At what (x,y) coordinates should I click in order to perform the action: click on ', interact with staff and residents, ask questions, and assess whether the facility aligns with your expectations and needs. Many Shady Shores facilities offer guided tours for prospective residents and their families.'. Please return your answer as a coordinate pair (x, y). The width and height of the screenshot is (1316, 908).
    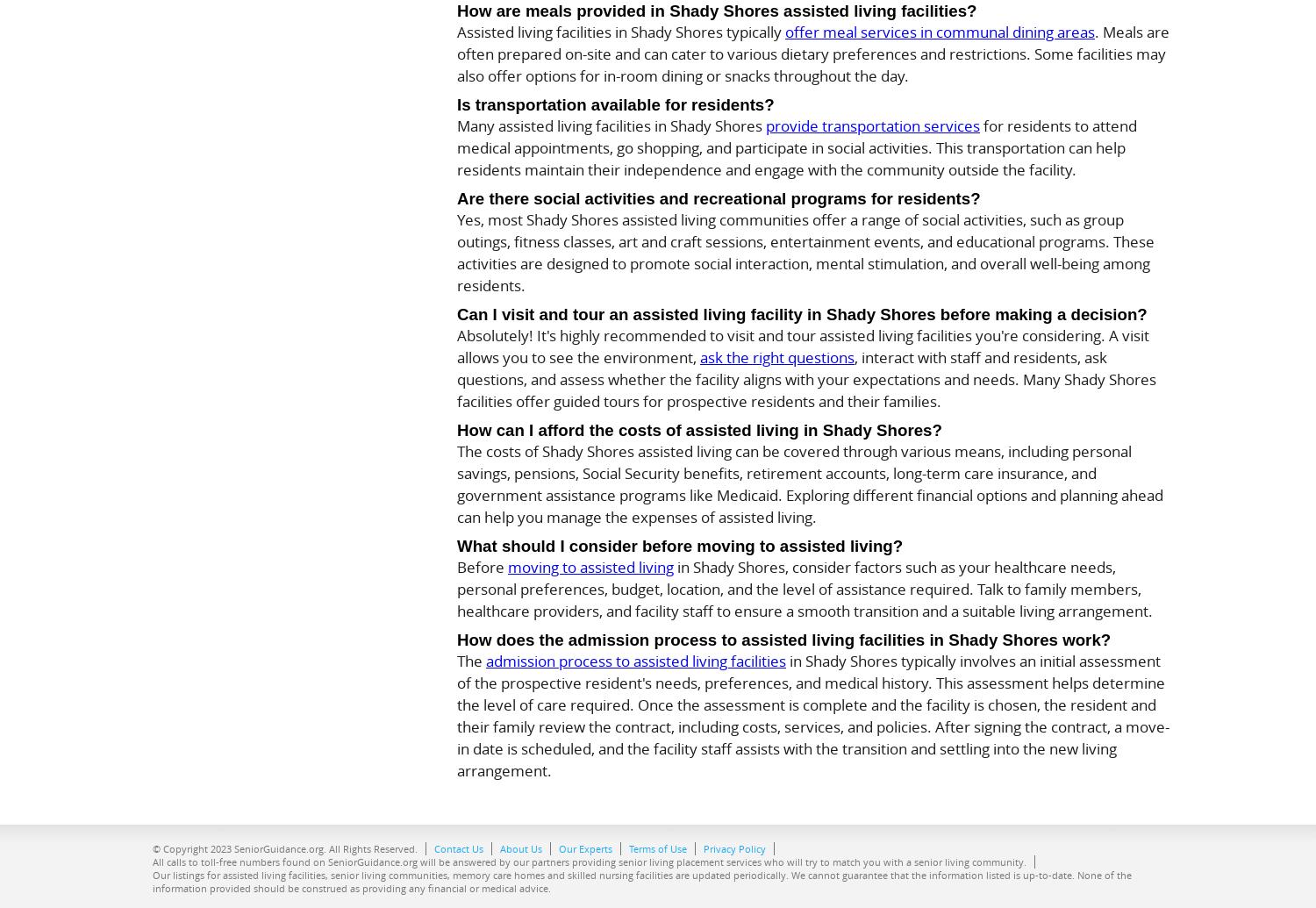
    Looking at the image, I should click on (456, 379).